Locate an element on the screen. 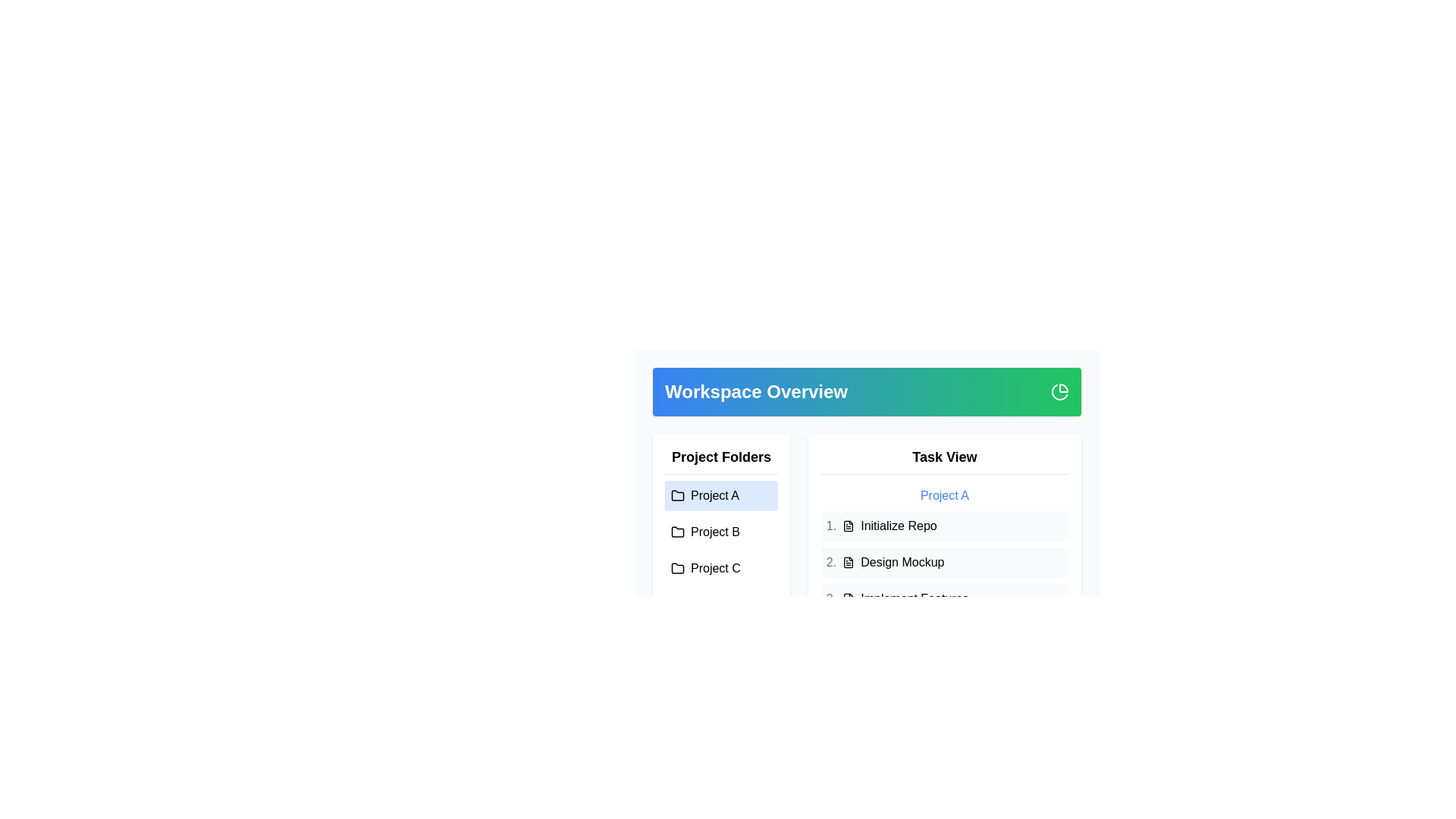  the selectable folder labeled 'Project B' is located at coordinates (720, 532).